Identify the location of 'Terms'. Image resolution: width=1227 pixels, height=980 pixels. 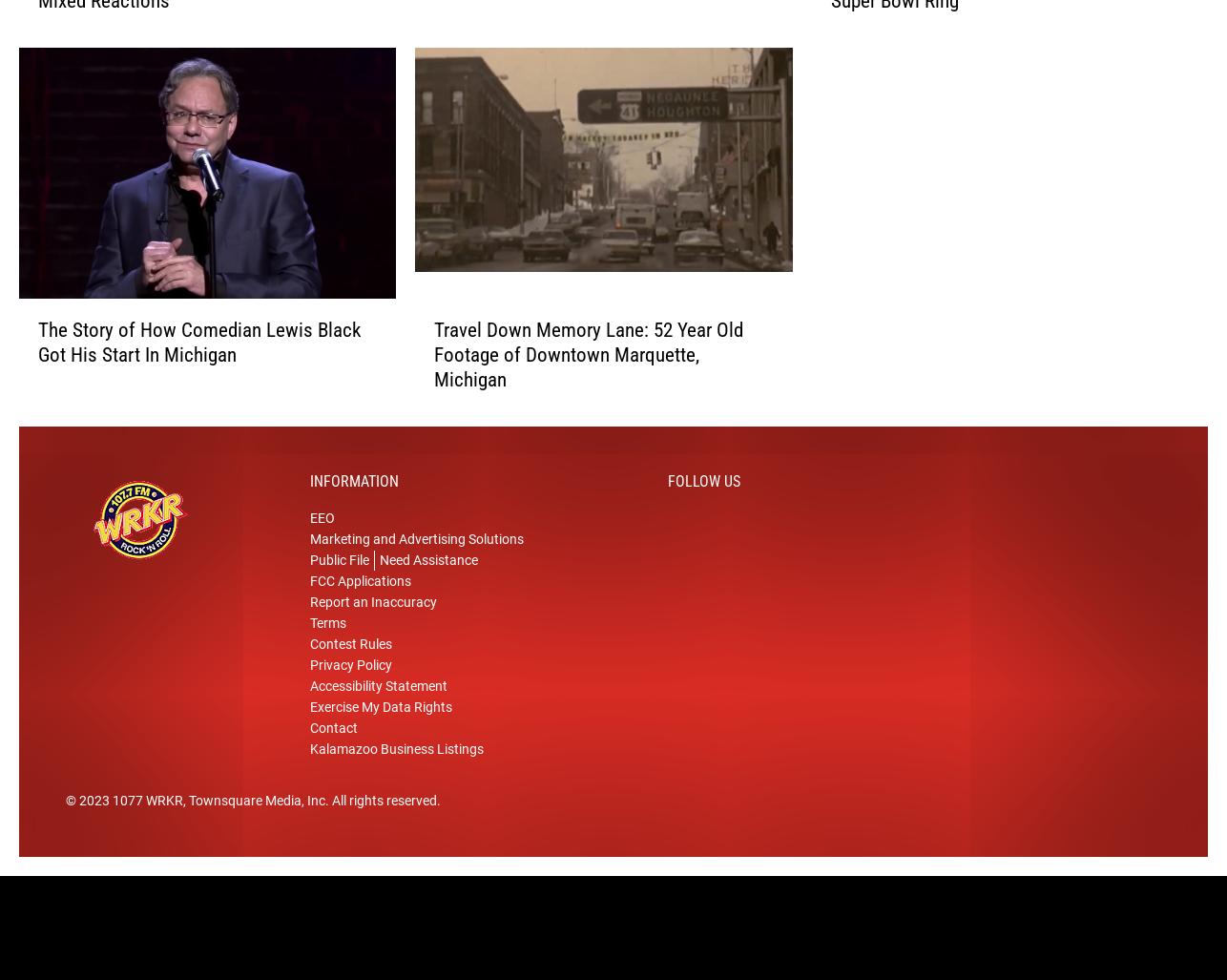
(327, 643).